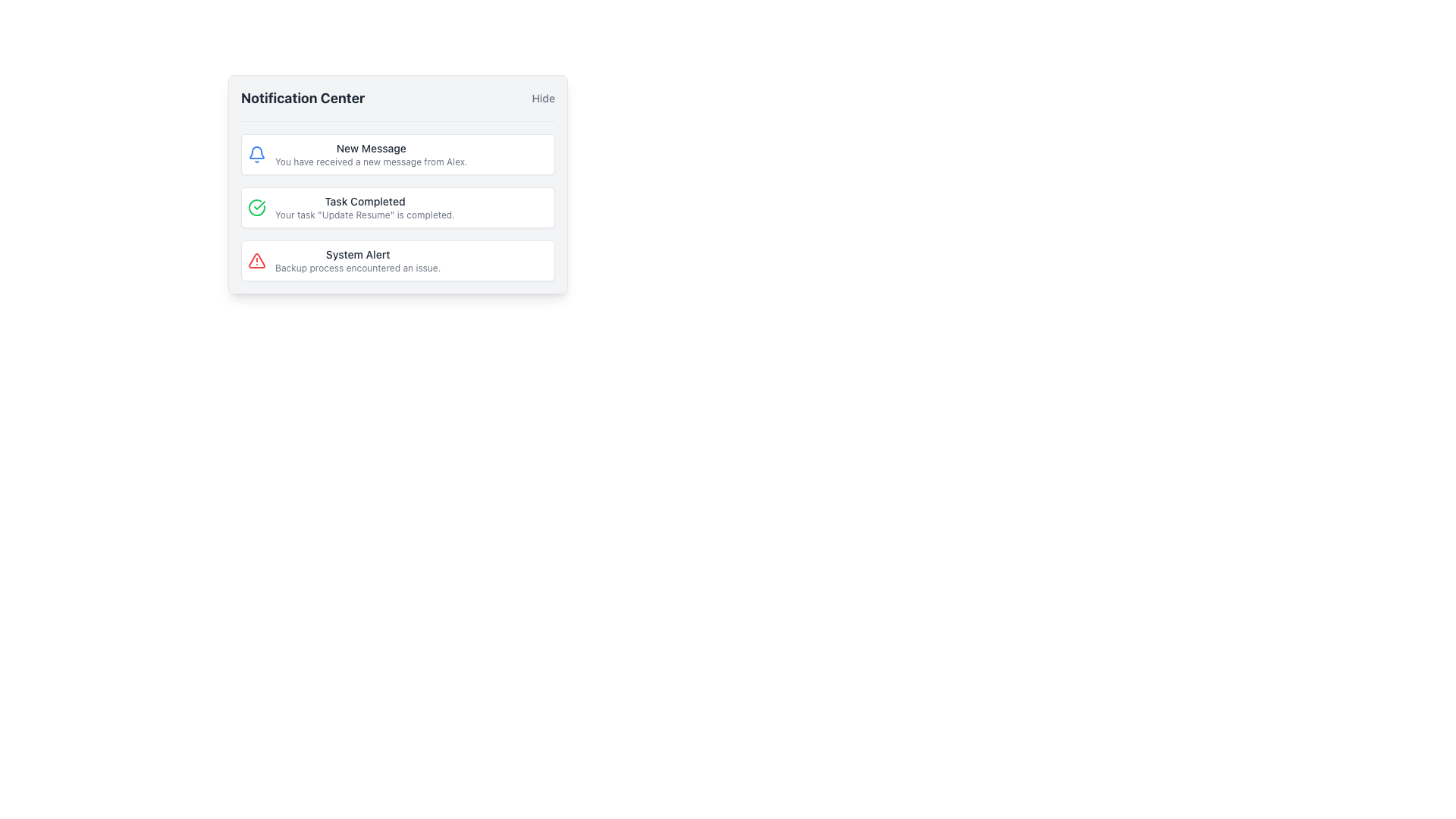 This screenshot has width=1456, height=819. What do you see at coordinates (357, 268) in the screenshot?
I see `the text element reading 'Backup process encountered an issue.' which is located in the notification box labeled 'System Alert'` at bounding box center [357, 268].